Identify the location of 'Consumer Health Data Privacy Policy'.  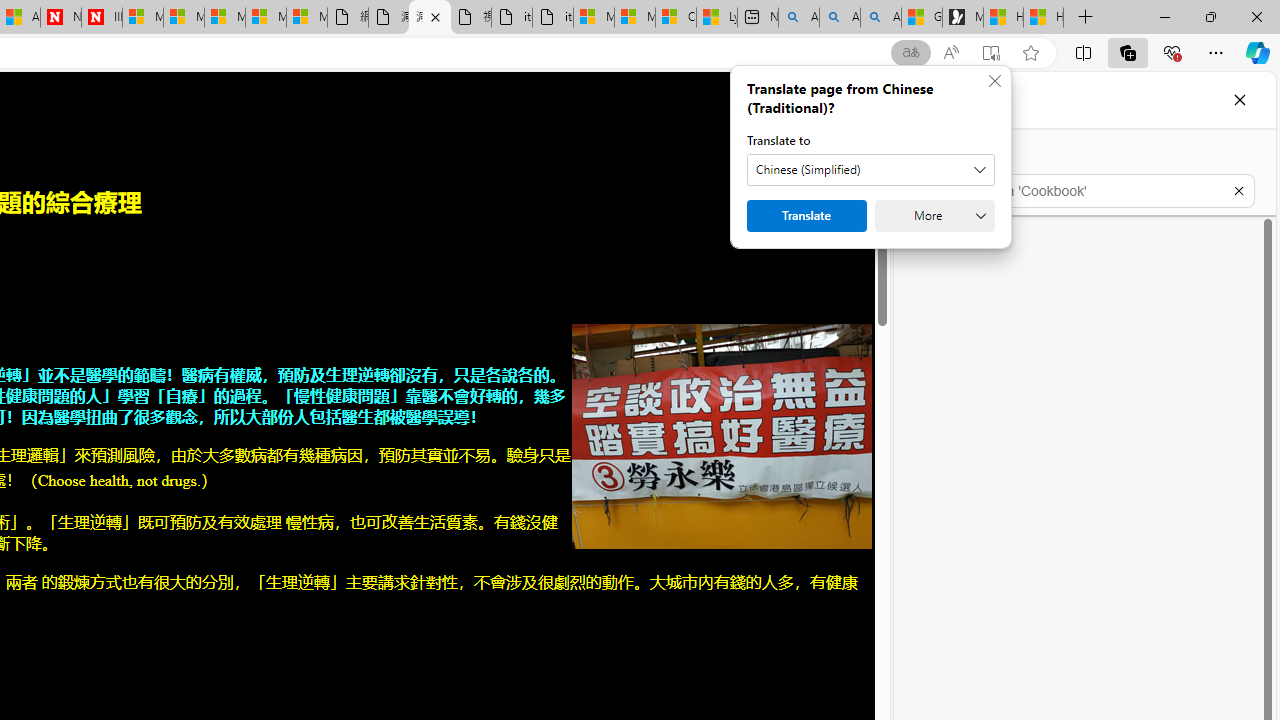
(675, 17).